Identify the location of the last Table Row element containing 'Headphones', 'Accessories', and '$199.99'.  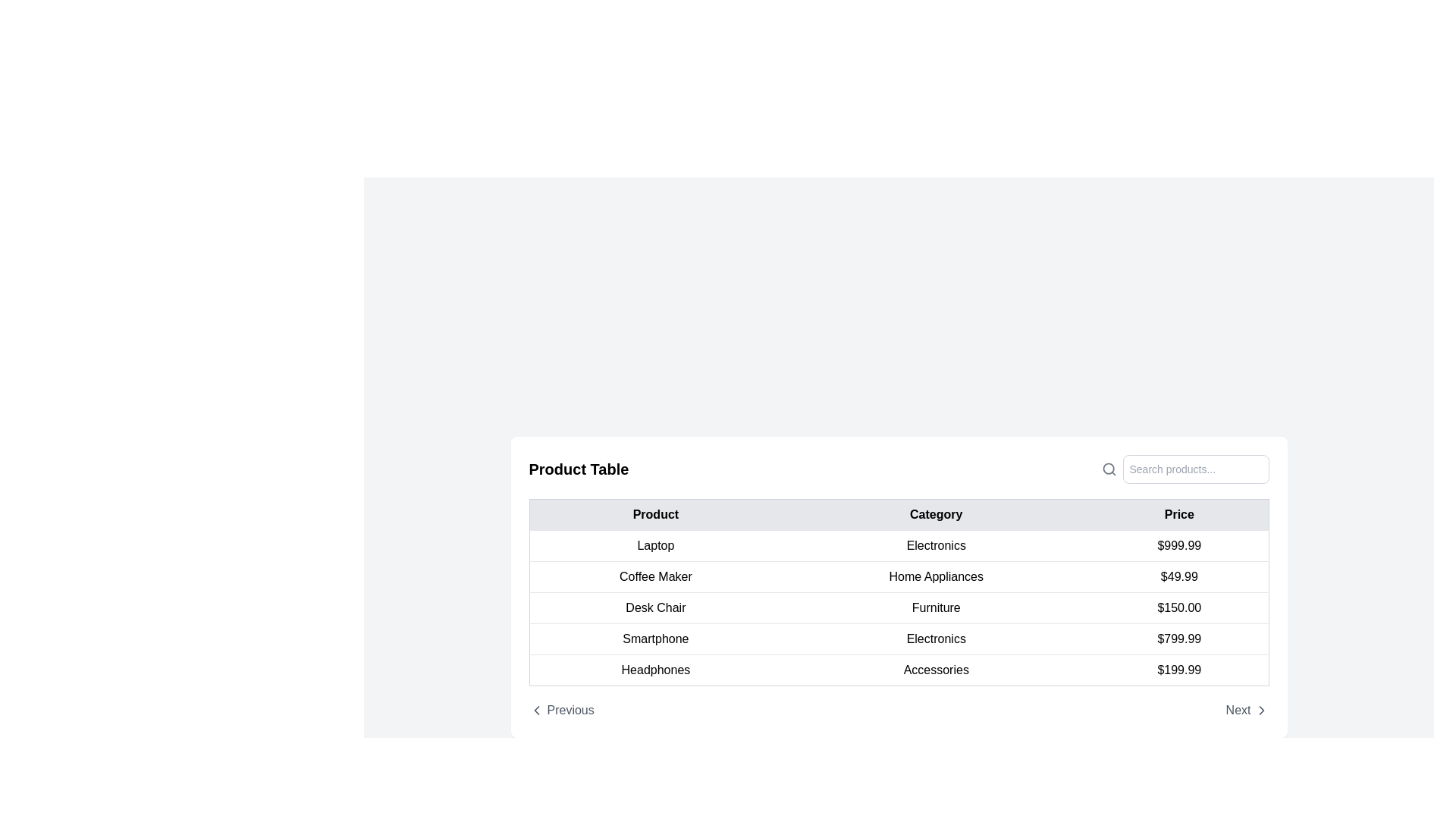
(899, 669).